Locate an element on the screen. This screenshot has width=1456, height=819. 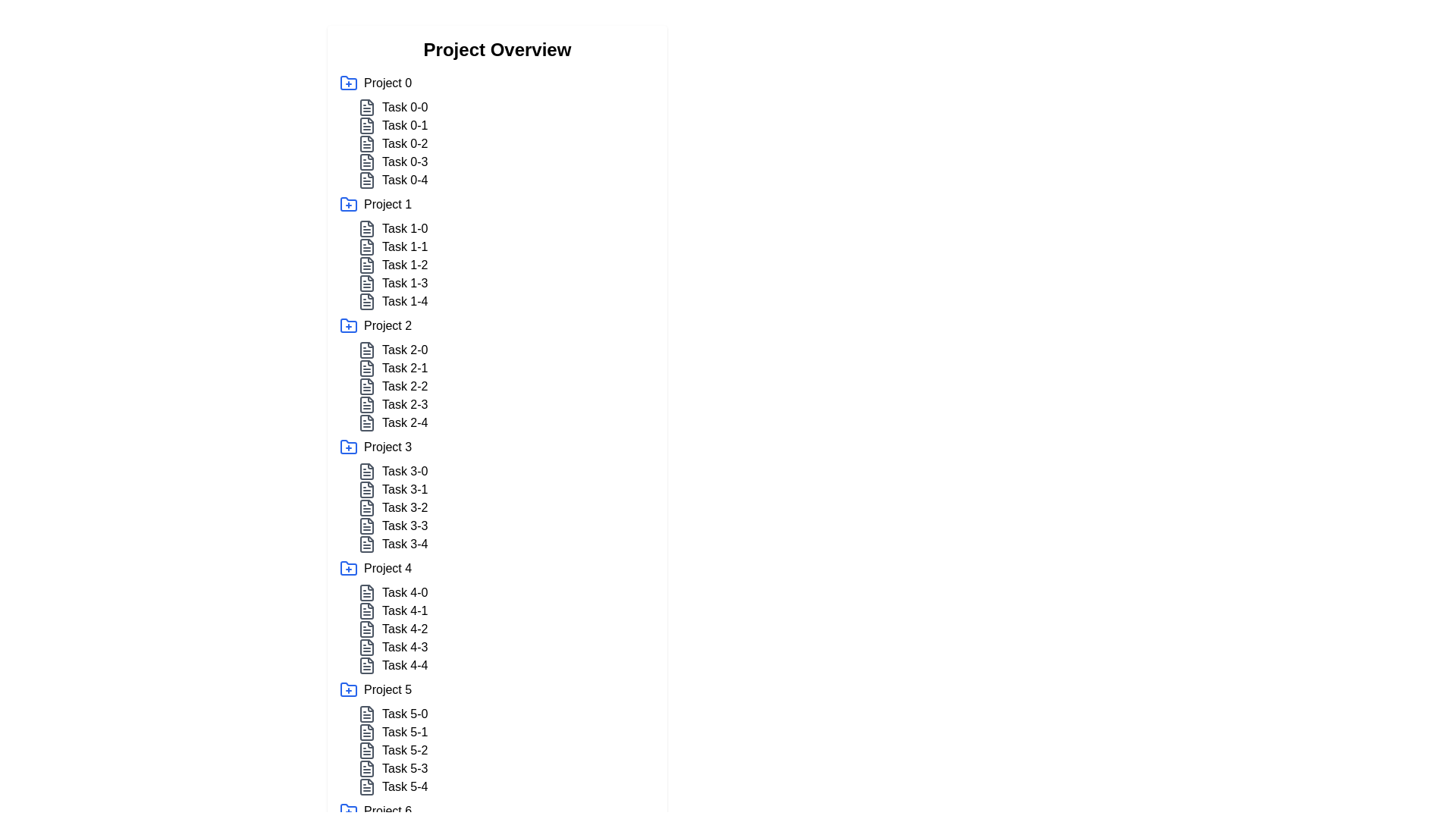
the document icon associated with 'Task 1-0' under 'Project 1', which is styled in a minimalist gray design is located at coordinates (367, 228).